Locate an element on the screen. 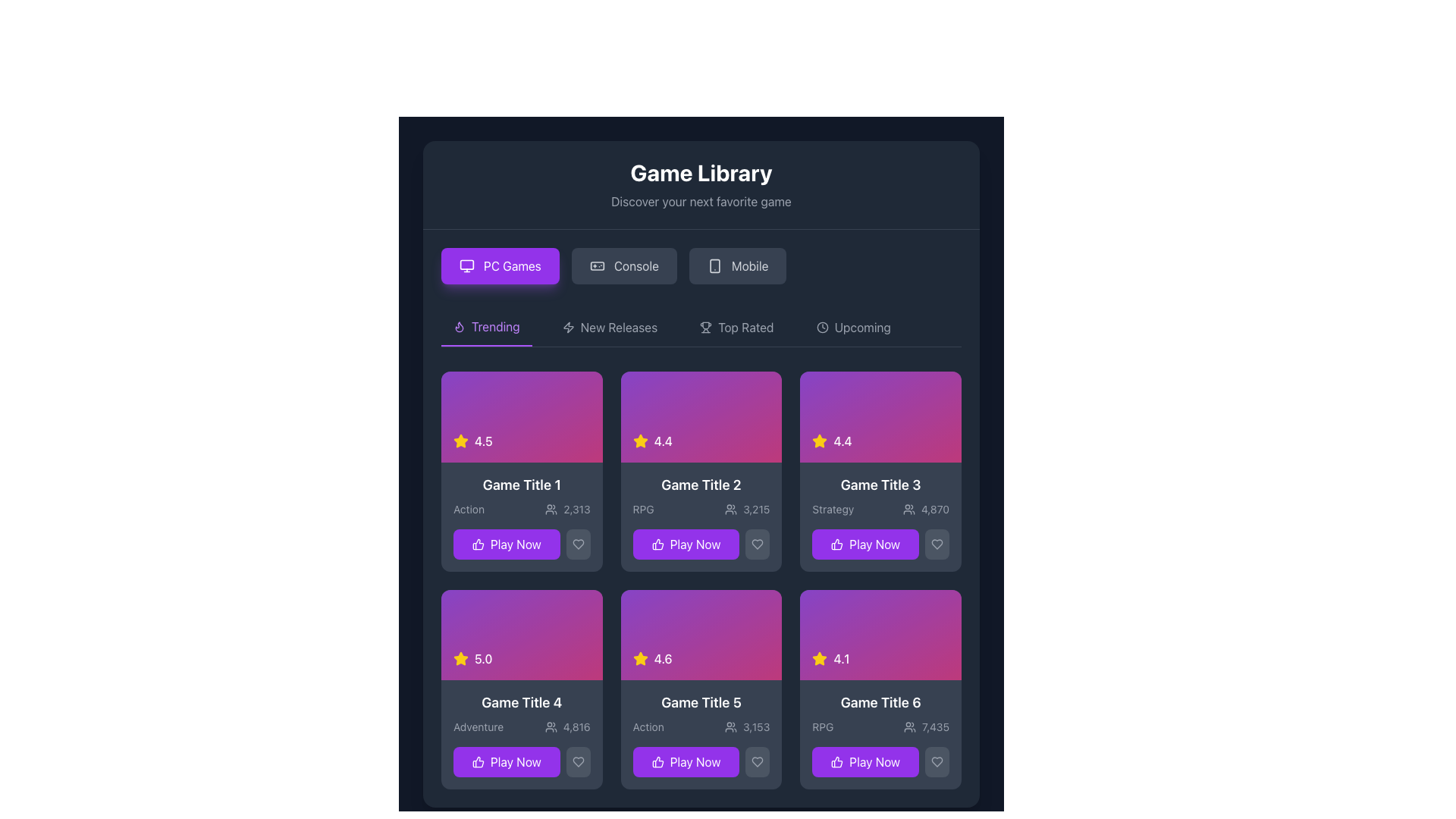  the static text element displaying the game title located in the second card of the first row under the 'Trending' section of the 'Game Library' interface is located at coordinates (701, 485).